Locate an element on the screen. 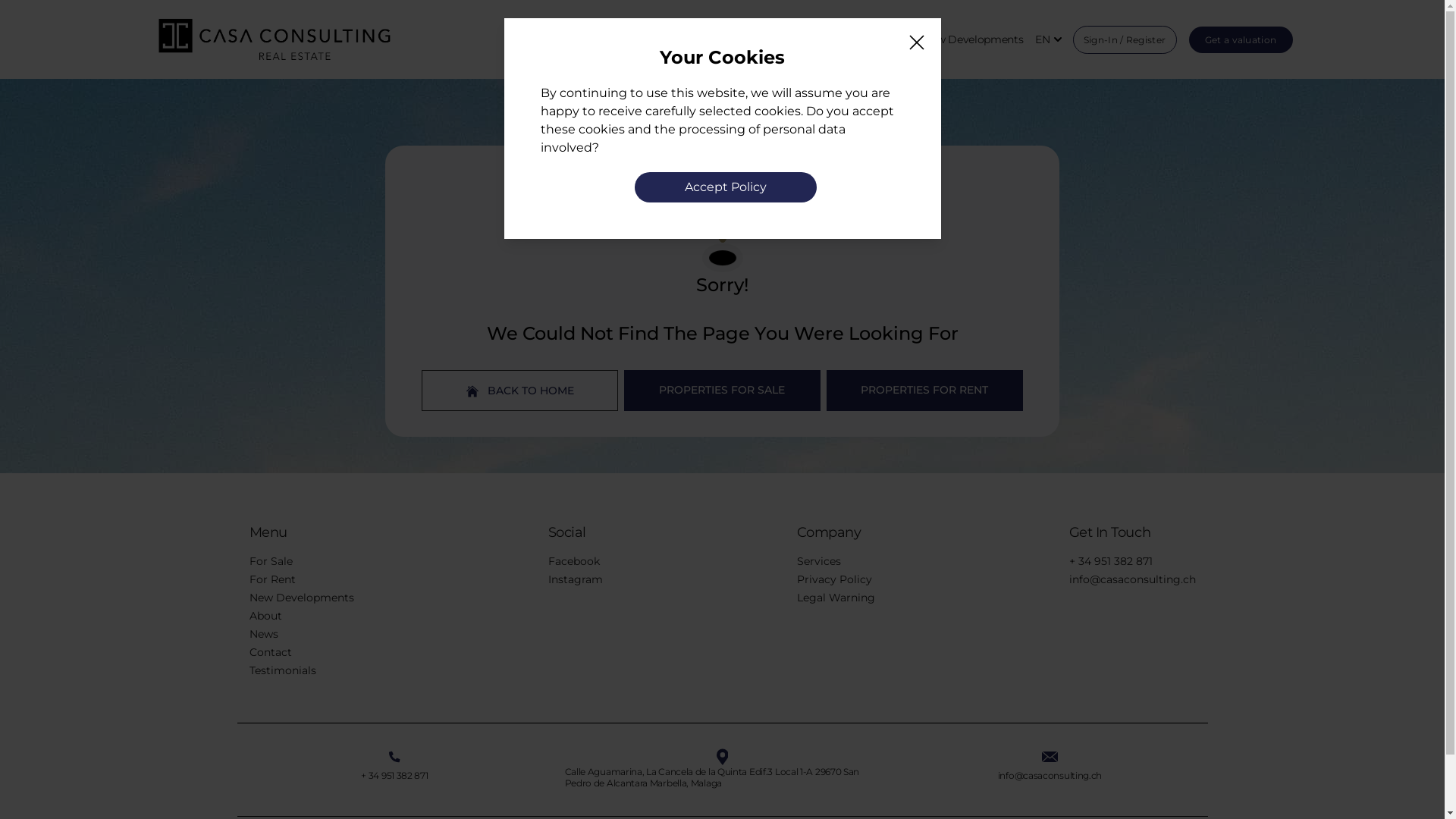 This screenshot has width=1456, height=819. 'PROPERTIES FOR SALE' is located at coordinates (721, 390).